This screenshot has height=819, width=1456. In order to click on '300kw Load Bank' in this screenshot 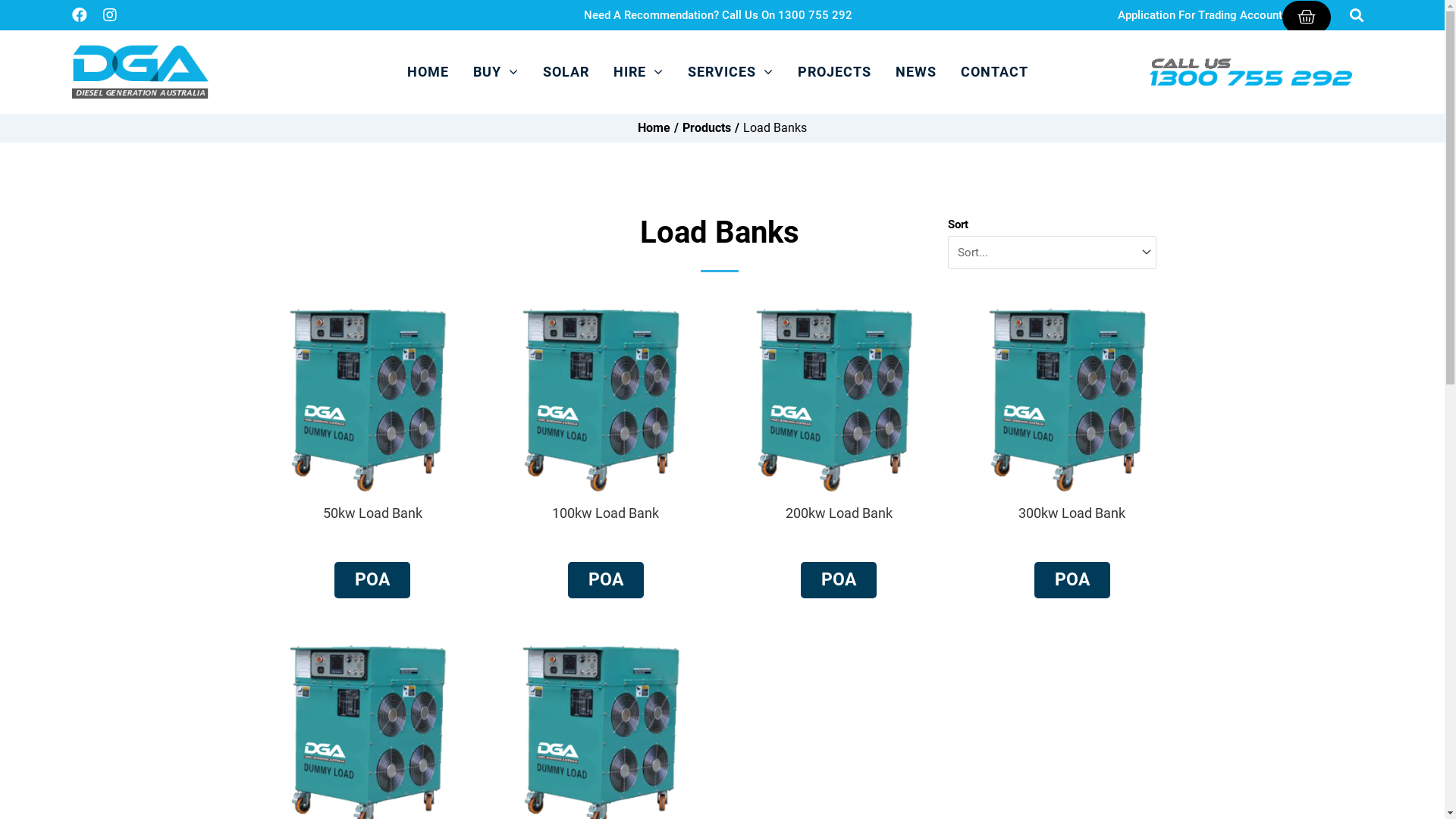, I will do `click(1071, 512)`.